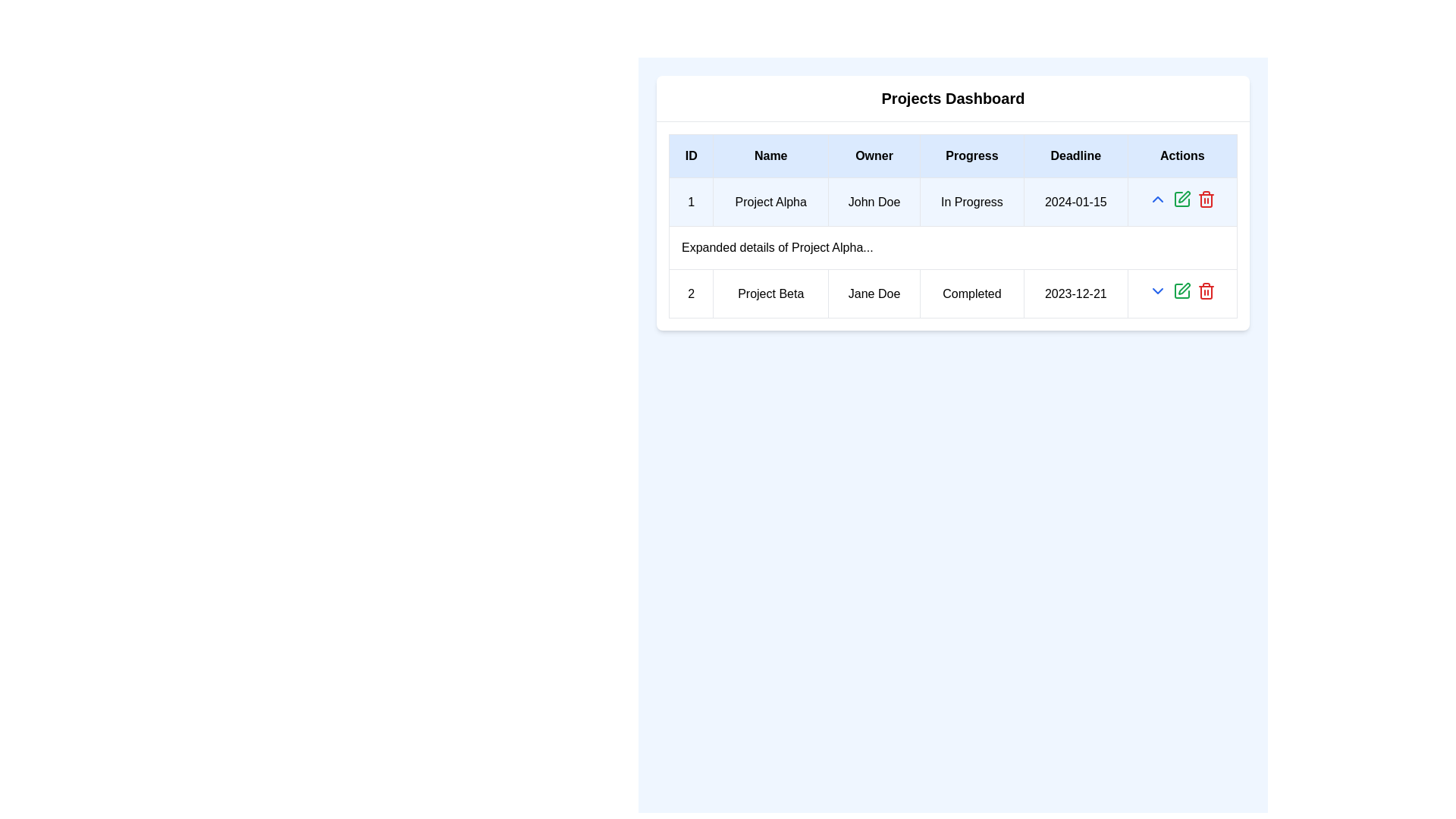 This screenshot has height=819, width=1456. I want to click on the static text label displaying 'Jane Doe' located in the second row of the table under the 'Owner' column in the 'Projects Dashboard', so click(874, 293).